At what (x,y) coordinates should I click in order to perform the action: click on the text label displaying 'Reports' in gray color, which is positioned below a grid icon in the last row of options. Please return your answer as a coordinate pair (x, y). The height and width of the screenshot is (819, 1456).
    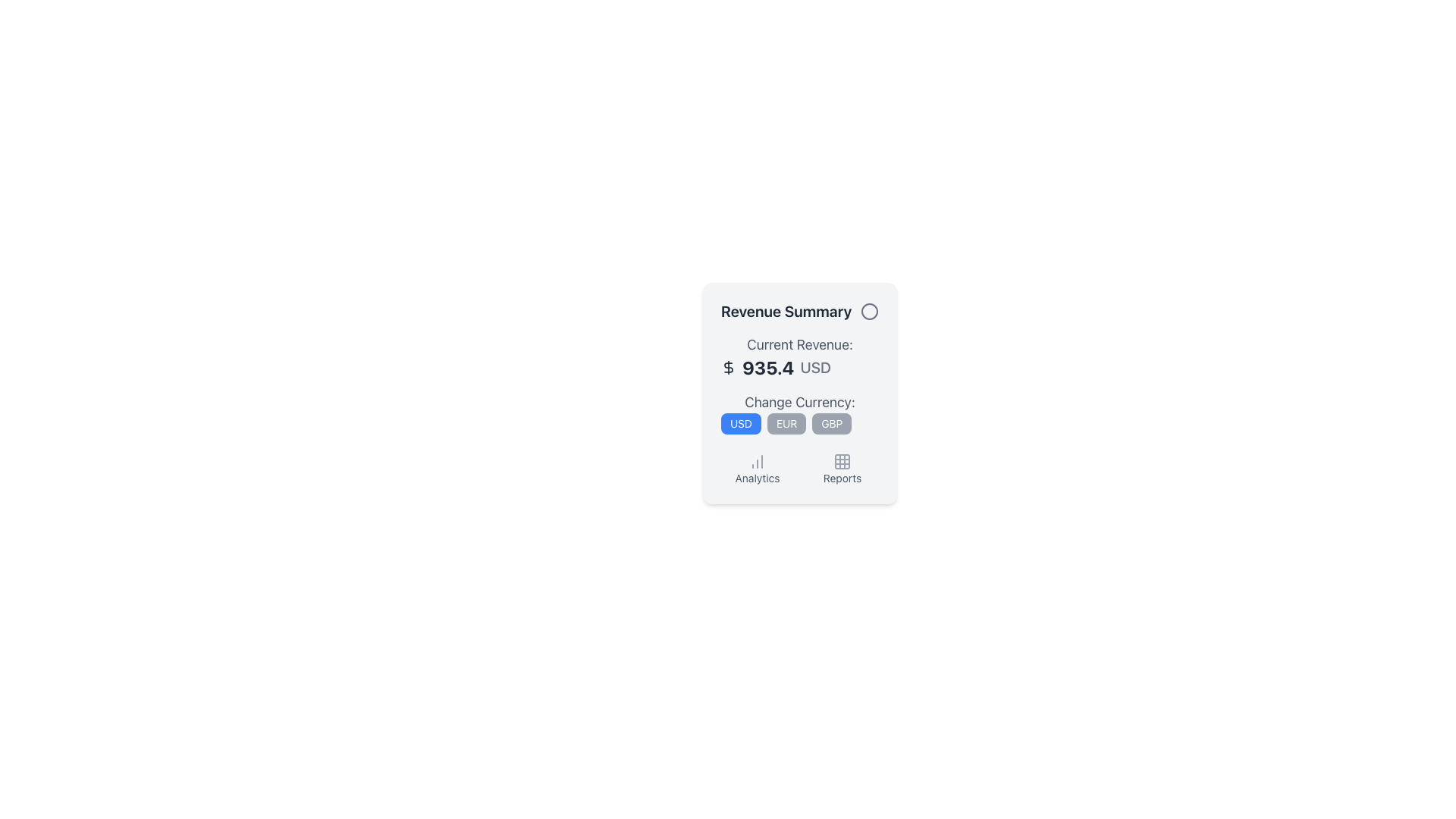
    Looking at the image, I should click on (841, 479).